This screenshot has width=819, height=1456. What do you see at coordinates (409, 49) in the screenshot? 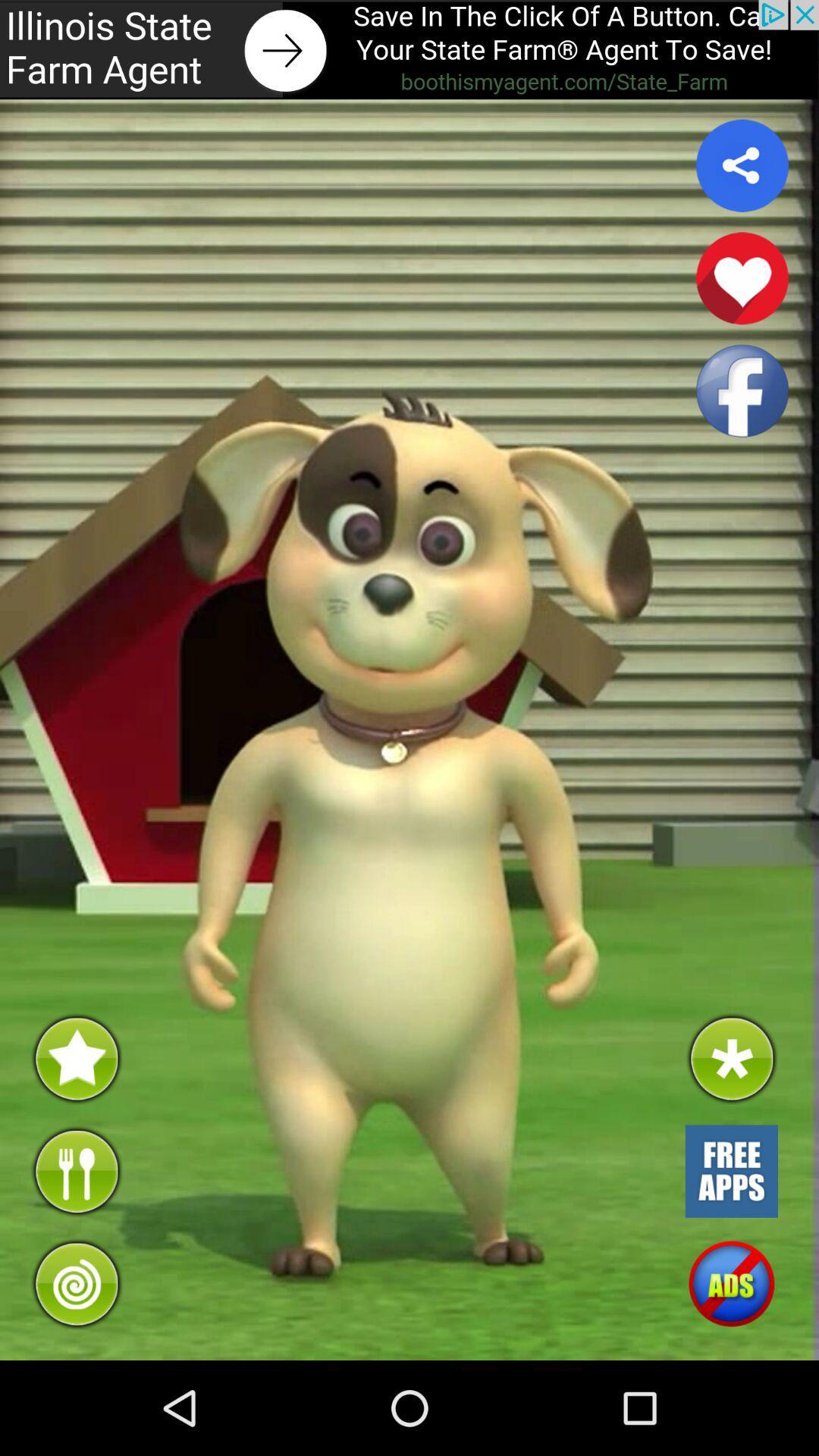
I see `open advertisement` at bounding box center [409, 49].